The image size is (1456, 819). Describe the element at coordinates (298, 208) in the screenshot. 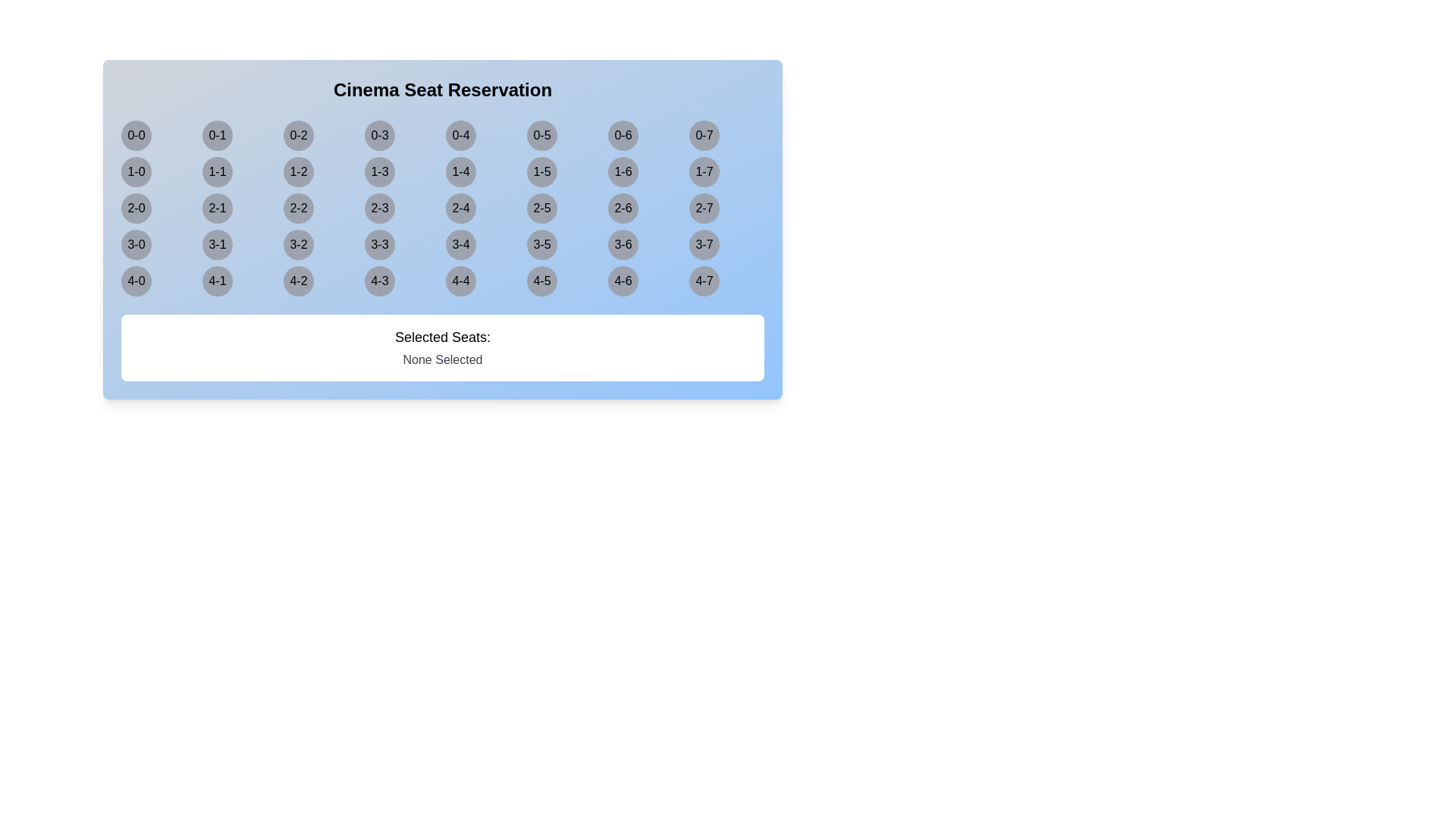

I see `the circular button labeled '2-2' with a light gray background` at that location.